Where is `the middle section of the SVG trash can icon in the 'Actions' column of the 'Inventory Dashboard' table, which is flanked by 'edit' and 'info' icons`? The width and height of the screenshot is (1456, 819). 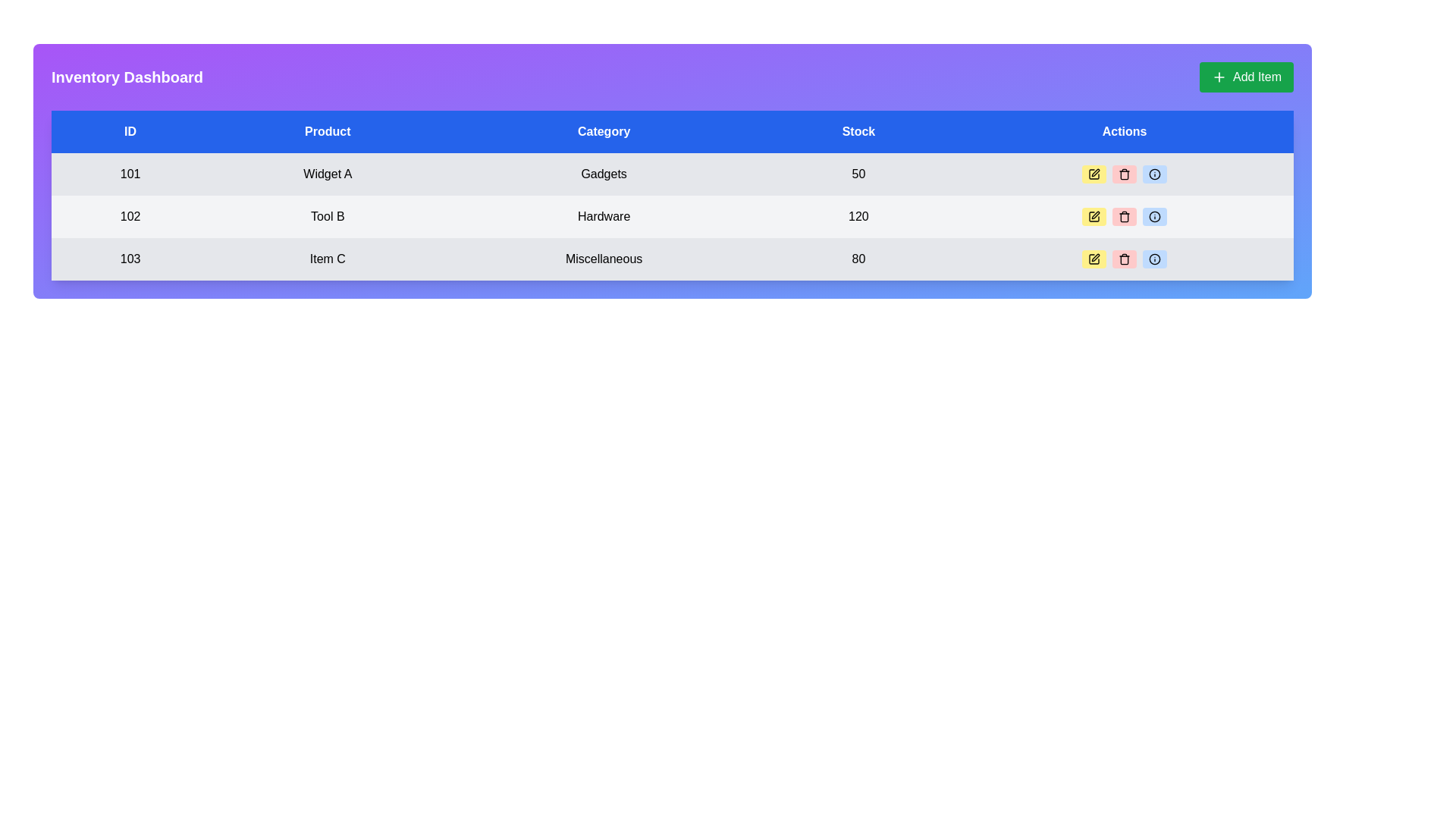
the middle section of the SVG trash can icon in the 'Actions' column of the 'Inventory Dashboard' table, which is flanked by 'edit' and 'info' icons is located at coordinates (1125, 218).